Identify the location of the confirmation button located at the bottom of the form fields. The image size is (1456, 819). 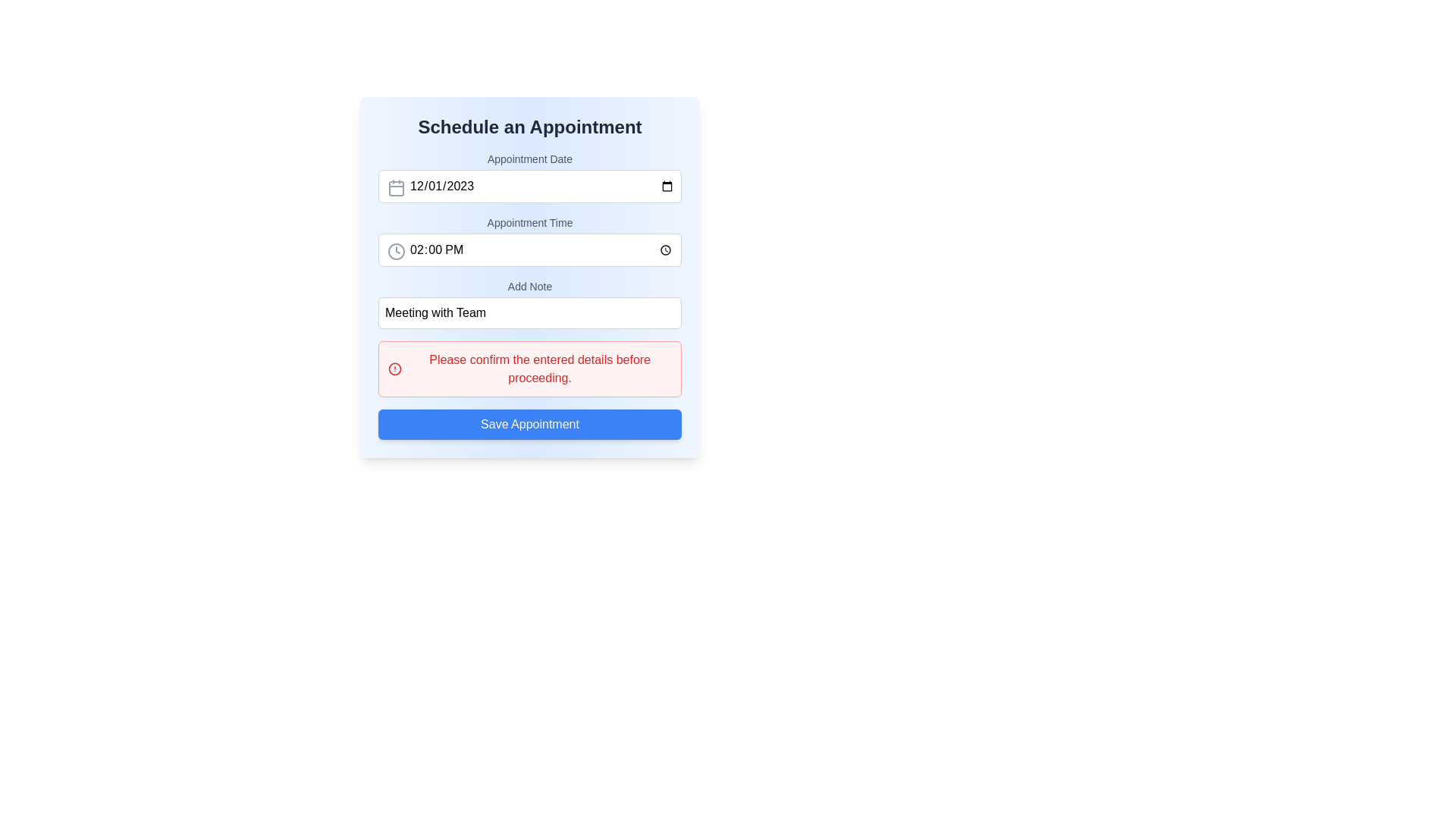
(530, 424).